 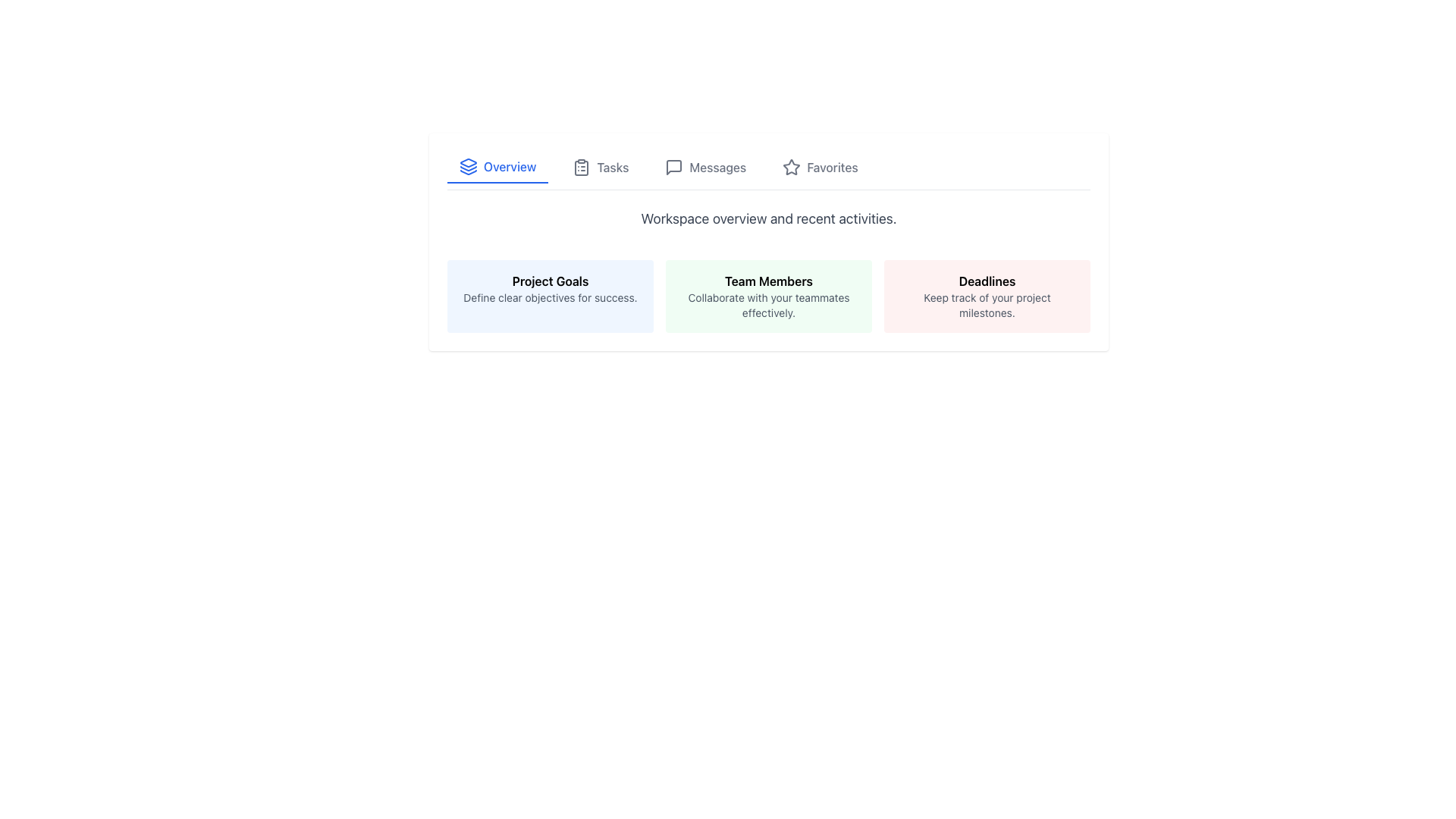 What do you see at coordinates (987, 305) in the screenshot?
I see `descriptive text located beneath the 'Deadlines' heading on the pink background card, which is the rightmost card in a horizontally aligned row of similar cards` at bounding box center [987, 305].